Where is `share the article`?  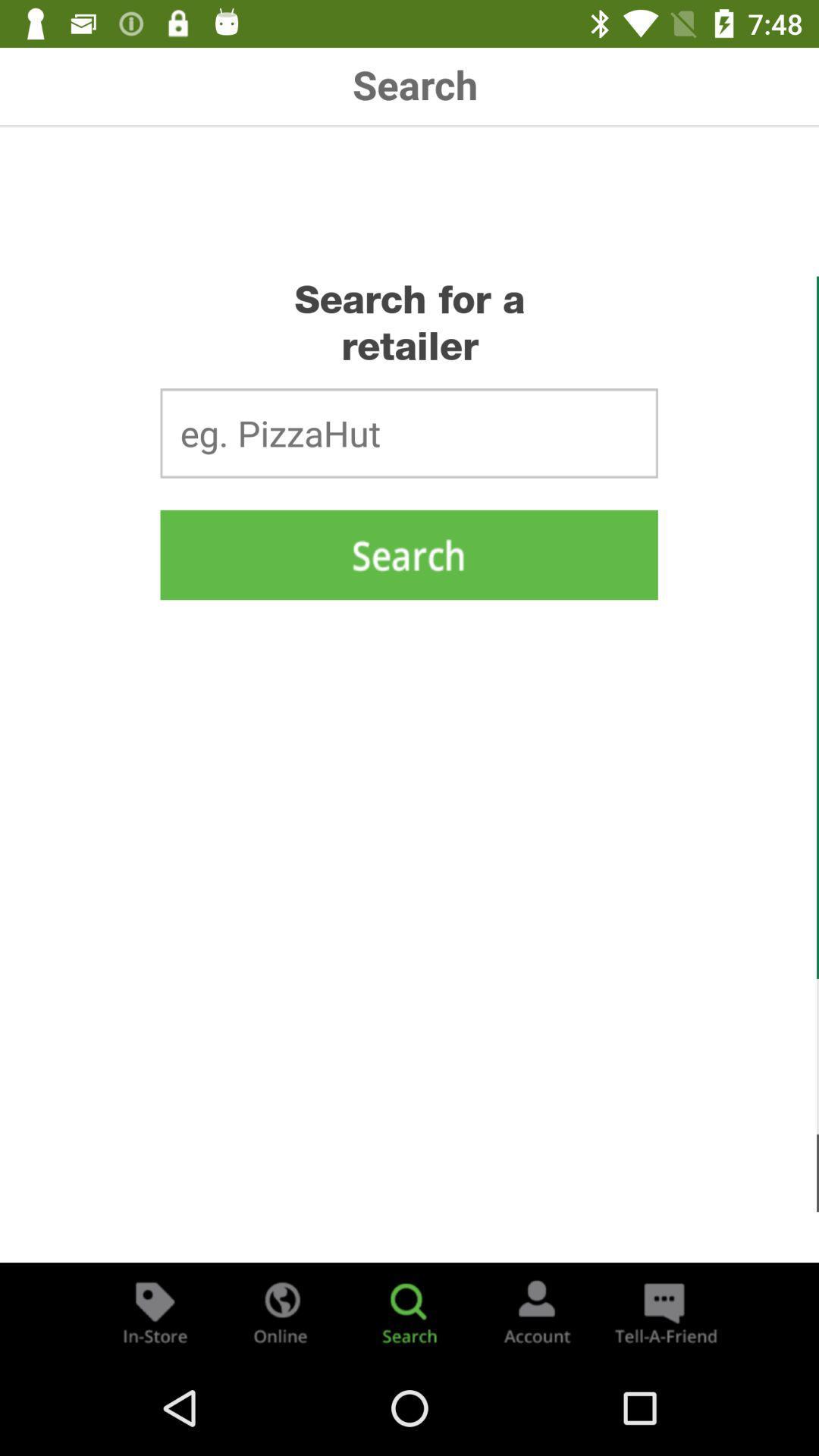
share the article is located at coordinates (663, 1310).